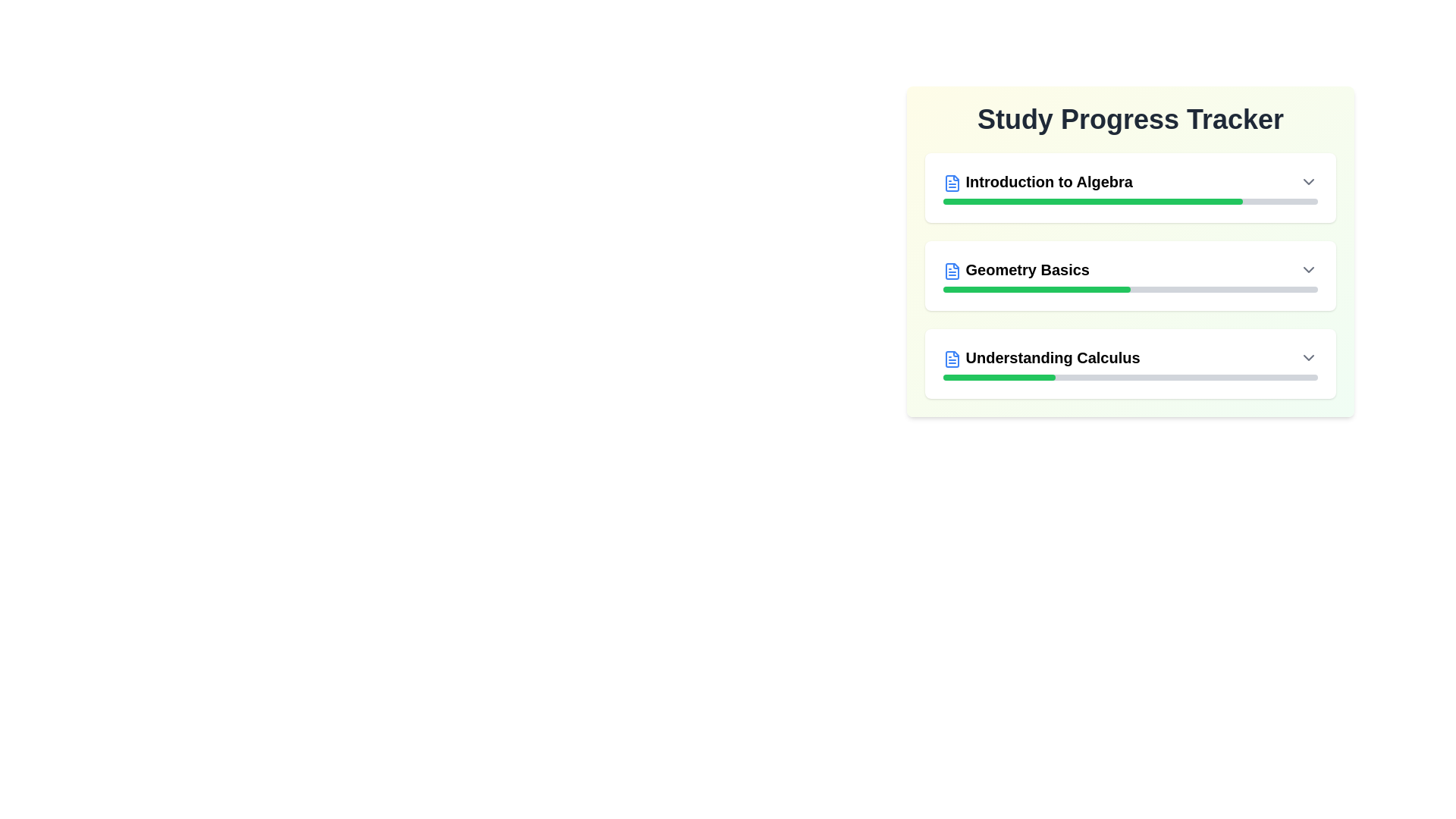  I want to click on the progress information represented by the slim horizontal progress bar located beneath the 'Geometry Basics' title in the 'Study Progress Tracker' interface, so click(1131, 289).